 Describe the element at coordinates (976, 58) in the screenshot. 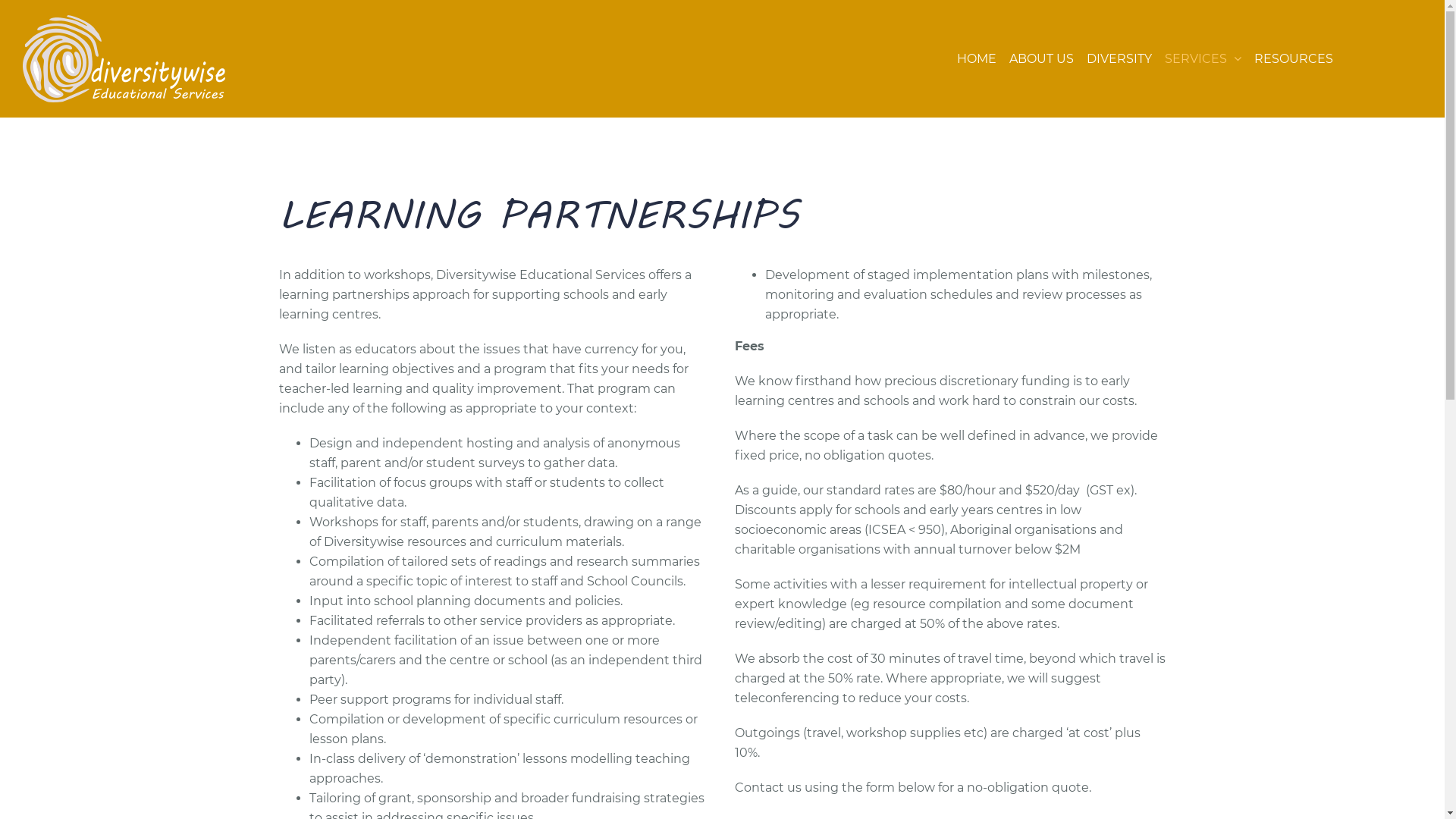

I see `'HOME'` at that location.